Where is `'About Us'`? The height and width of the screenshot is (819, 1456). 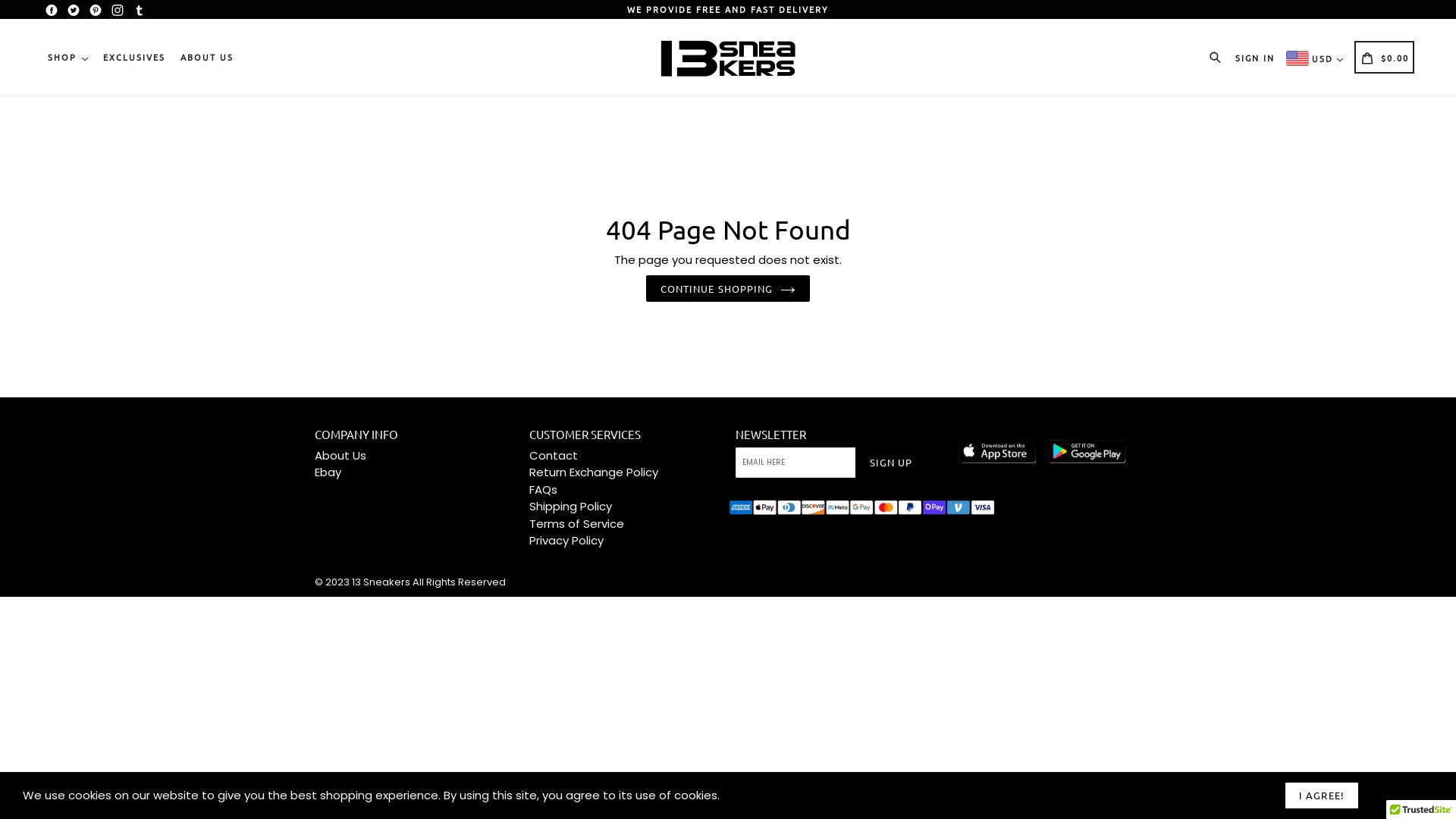
'About Us' is located at coordinates (313, 454).